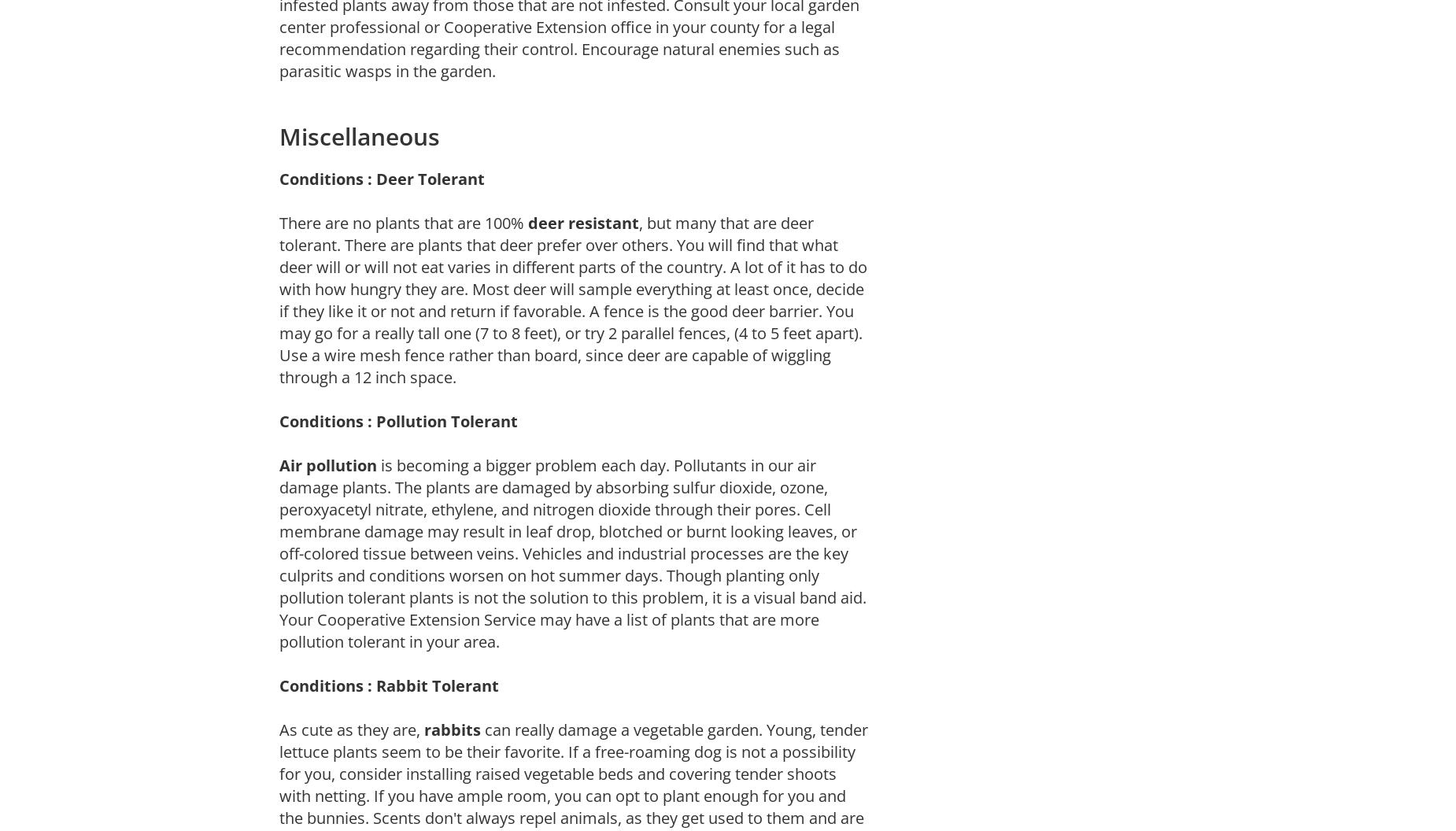 The image size is (1456, 831). I want to click on 'deer resistant', so click(583, 222).